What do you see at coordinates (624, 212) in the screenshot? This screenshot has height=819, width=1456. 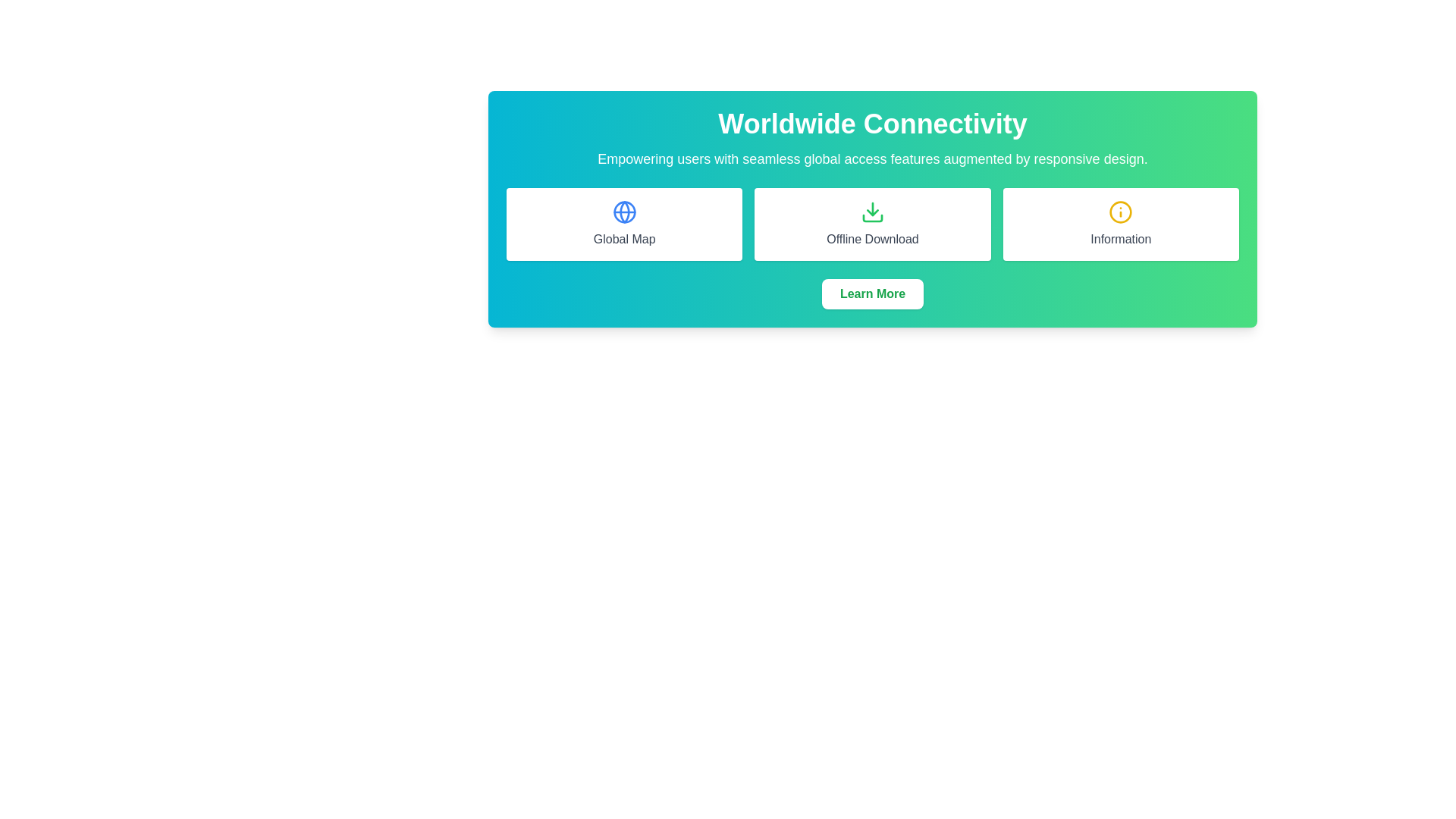 I see `the decorative icon symbolizing global connectivity, which is centered within the 'Global Map' button, for aesthetic information` at bounding box center [624, 212].